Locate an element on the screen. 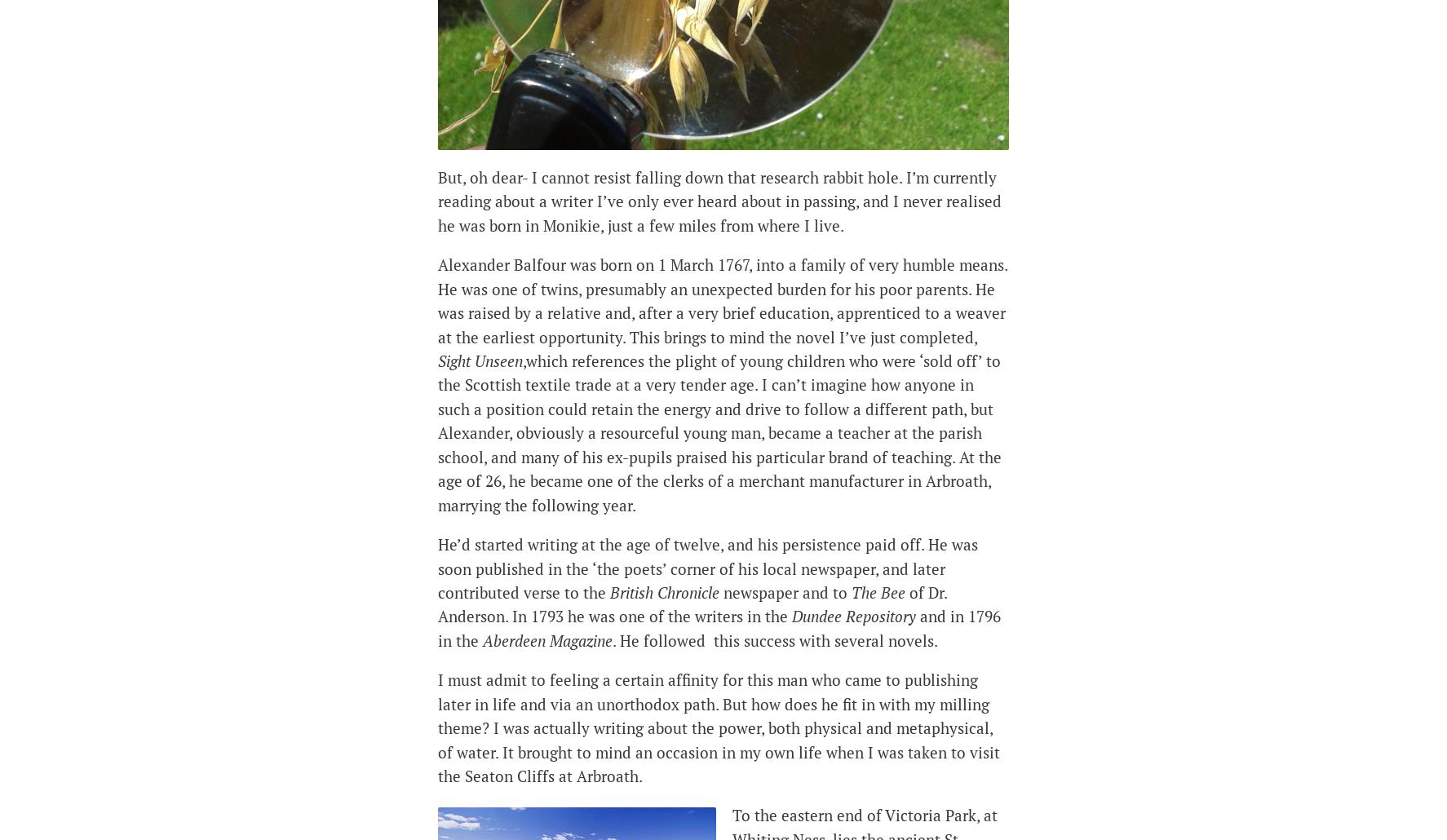  'of Dr. Anderson. In 1793 he was one of the writers in the' is located at coordinates (436, 603).